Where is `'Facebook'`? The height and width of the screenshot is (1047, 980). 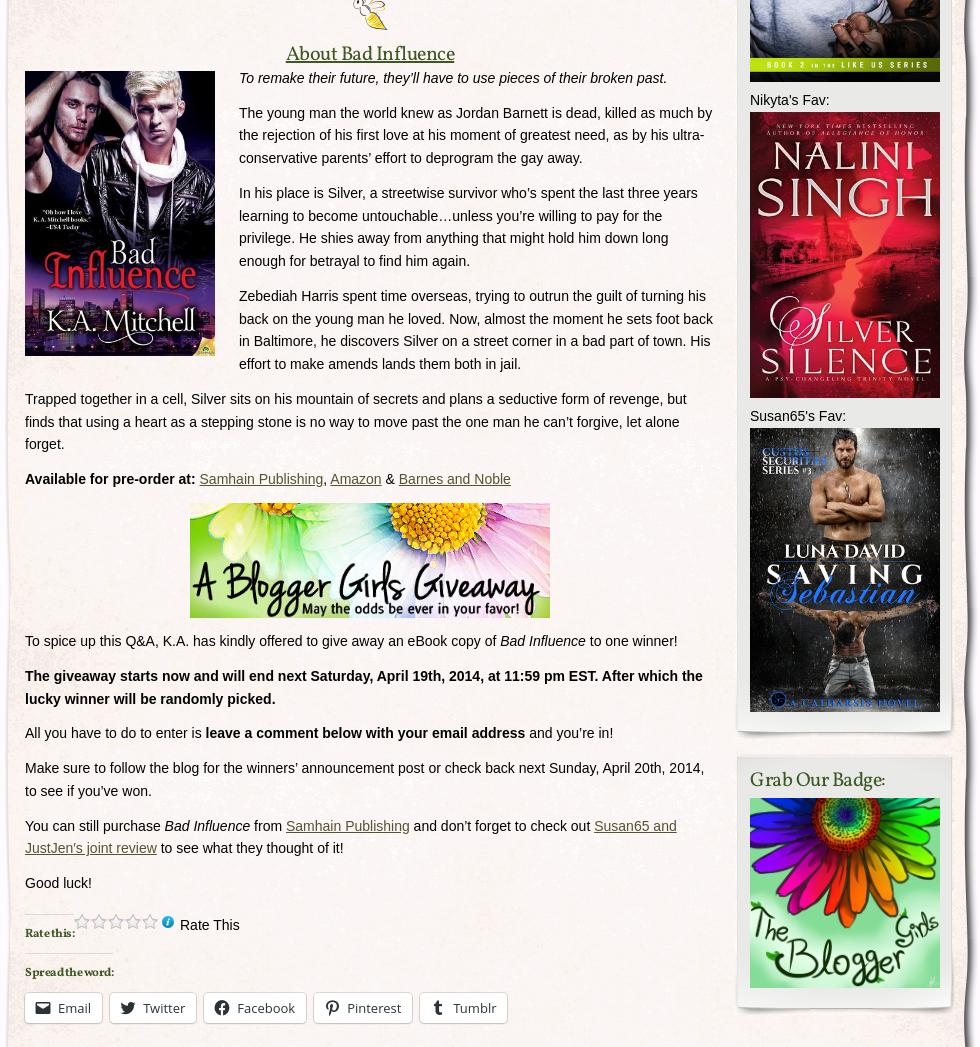
'Facebook' is located at coordinates (265, 1007).